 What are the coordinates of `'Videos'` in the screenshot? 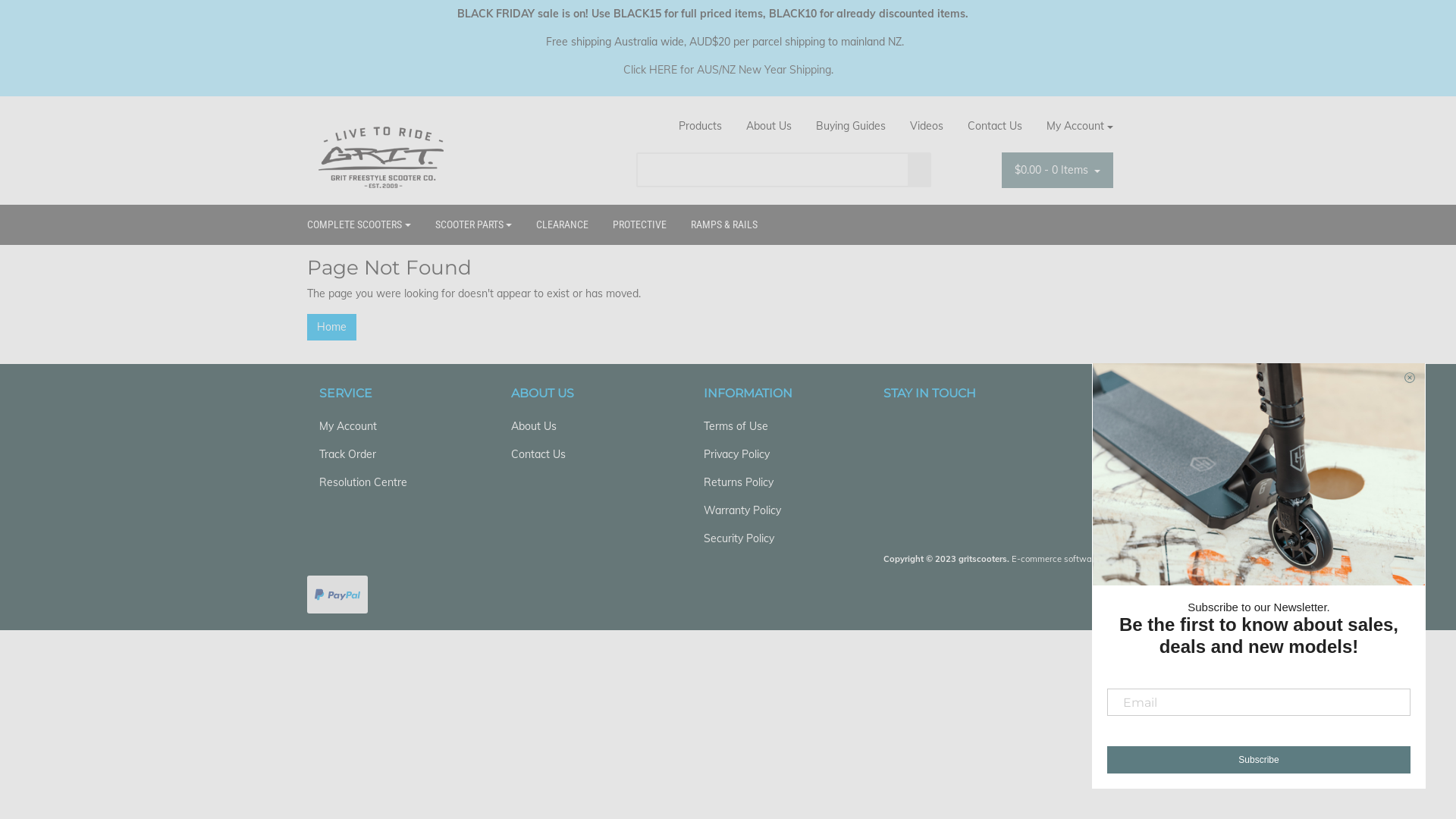 It's located at (926, 125).